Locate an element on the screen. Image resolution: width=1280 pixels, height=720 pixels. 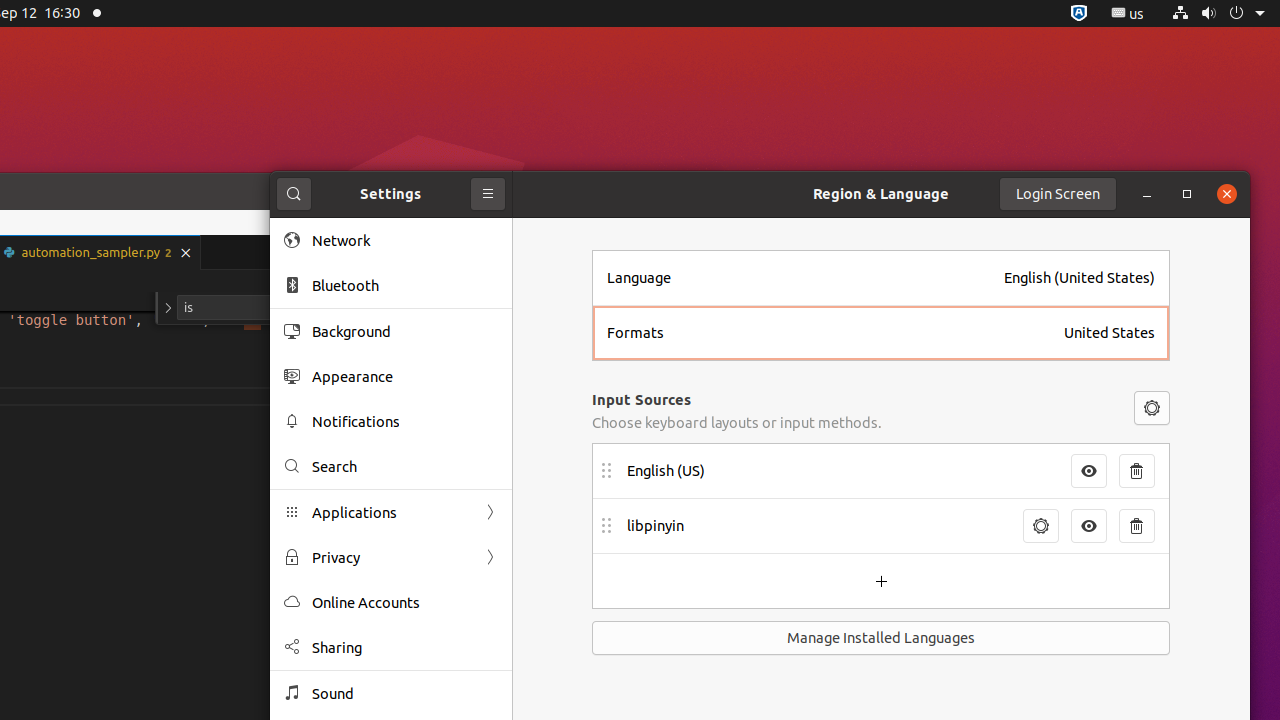
'Minimize' is located at coordinates (1147, 193).